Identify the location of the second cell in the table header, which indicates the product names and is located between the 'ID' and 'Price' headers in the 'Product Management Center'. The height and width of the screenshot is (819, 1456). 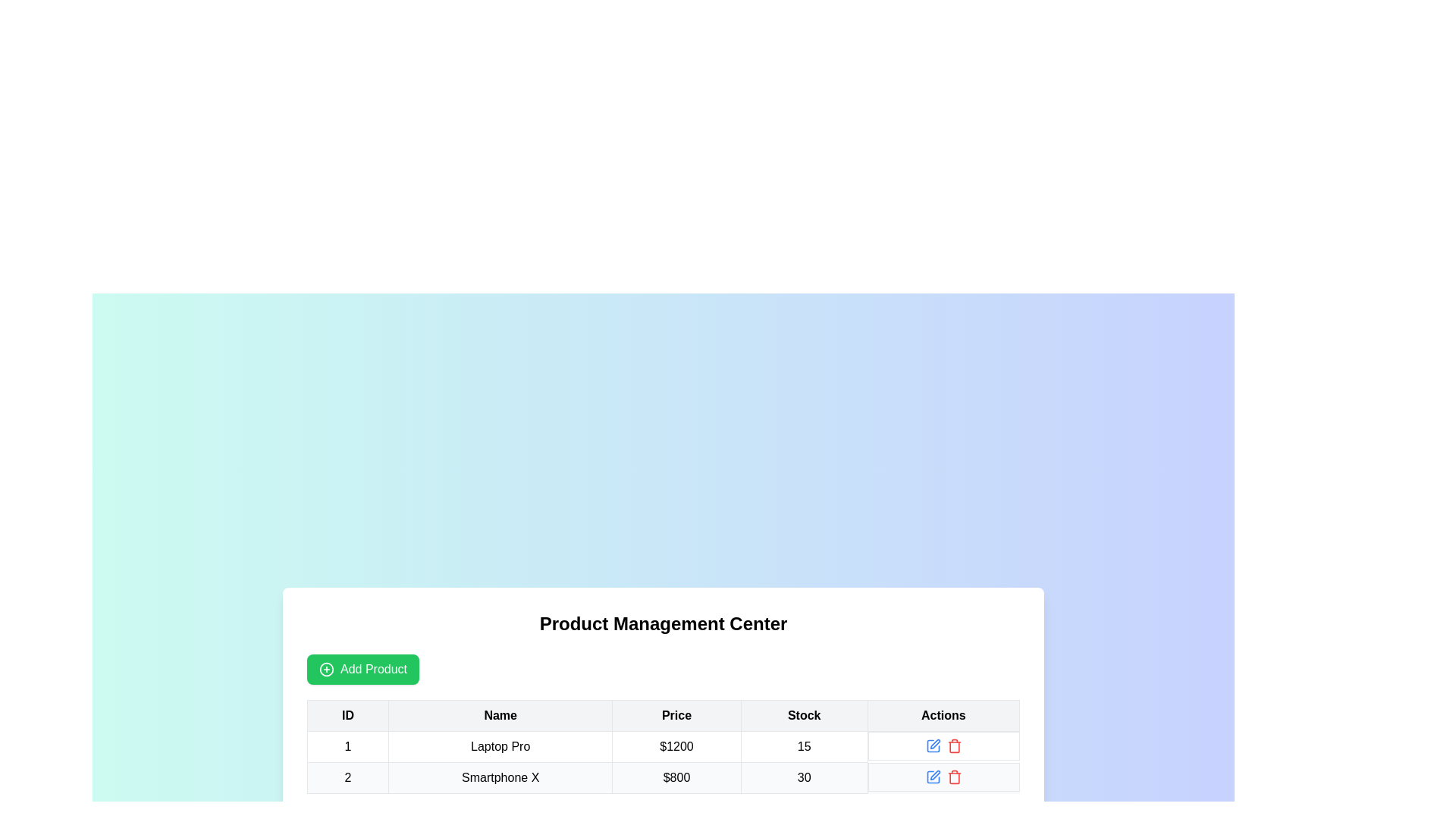
(500, 716).